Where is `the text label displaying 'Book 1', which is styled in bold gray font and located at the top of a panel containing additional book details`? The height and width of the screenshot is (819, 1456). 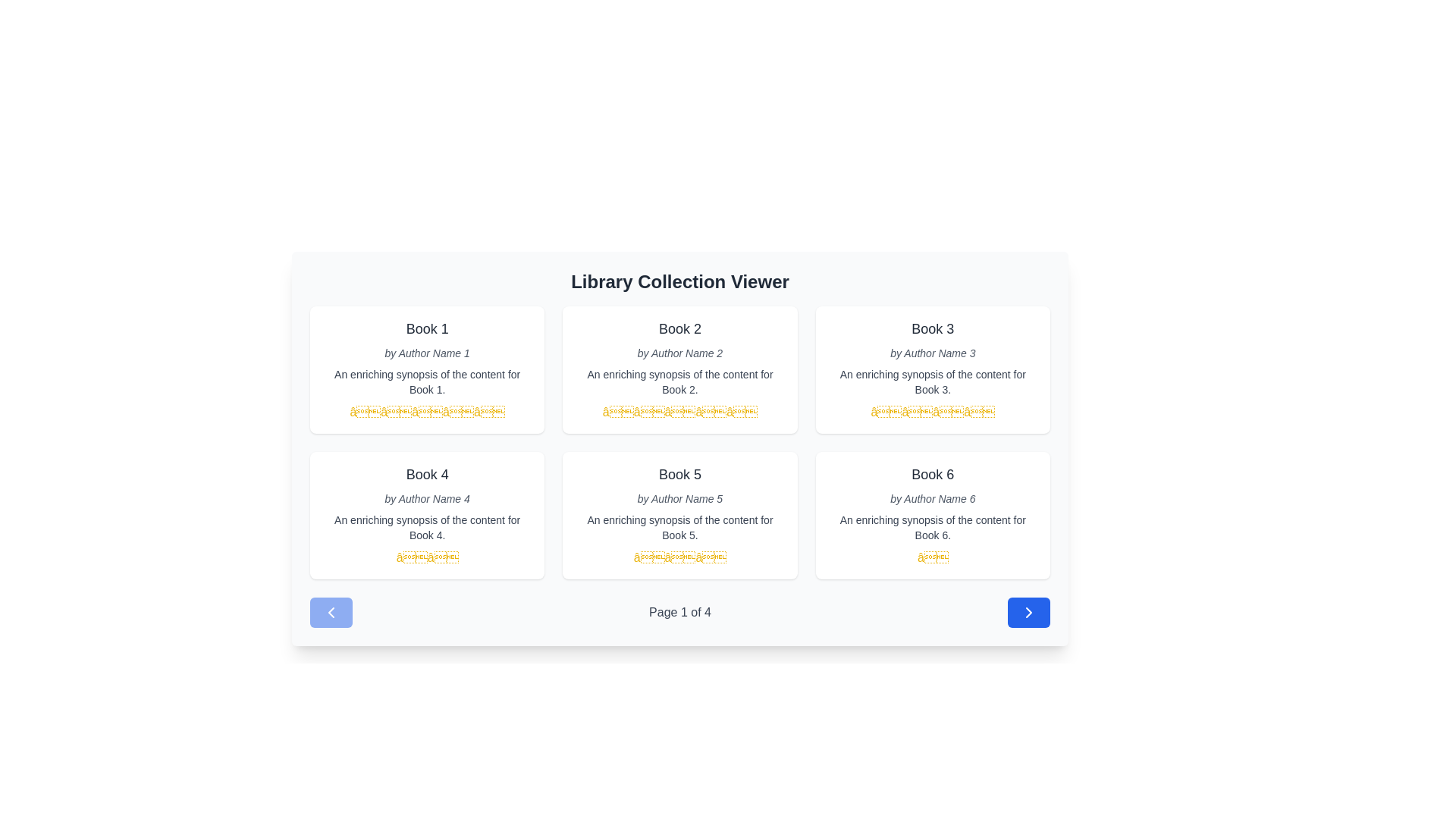 the text label displaying 'Book 1', which is styled in bold gray font and located at the top of a panel containing additional book details is located at coordinates (426, 328).